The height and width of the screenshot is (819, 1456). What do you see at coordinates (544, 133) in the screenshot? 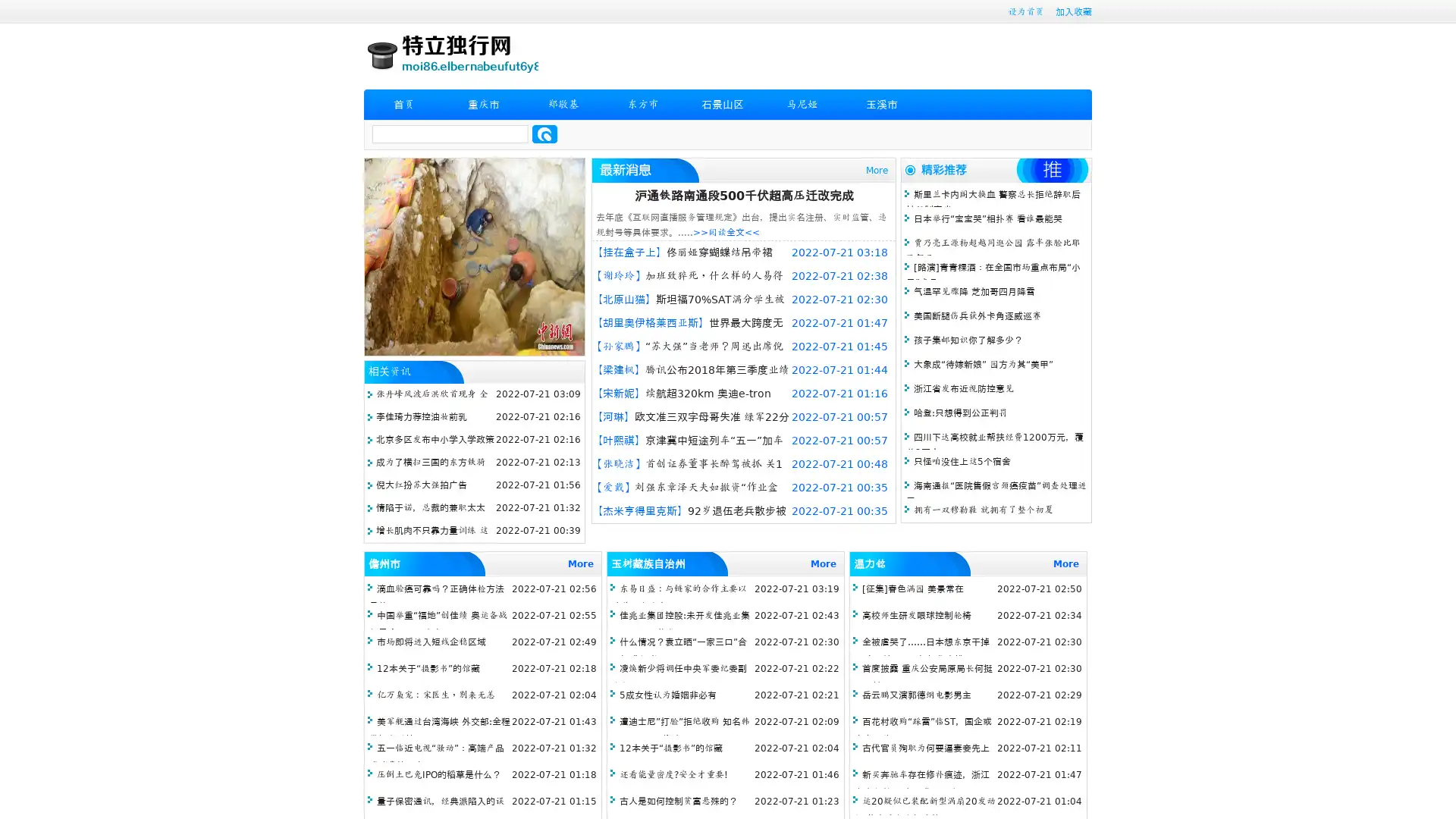
I see `Search` at bounding box center [544, 133].